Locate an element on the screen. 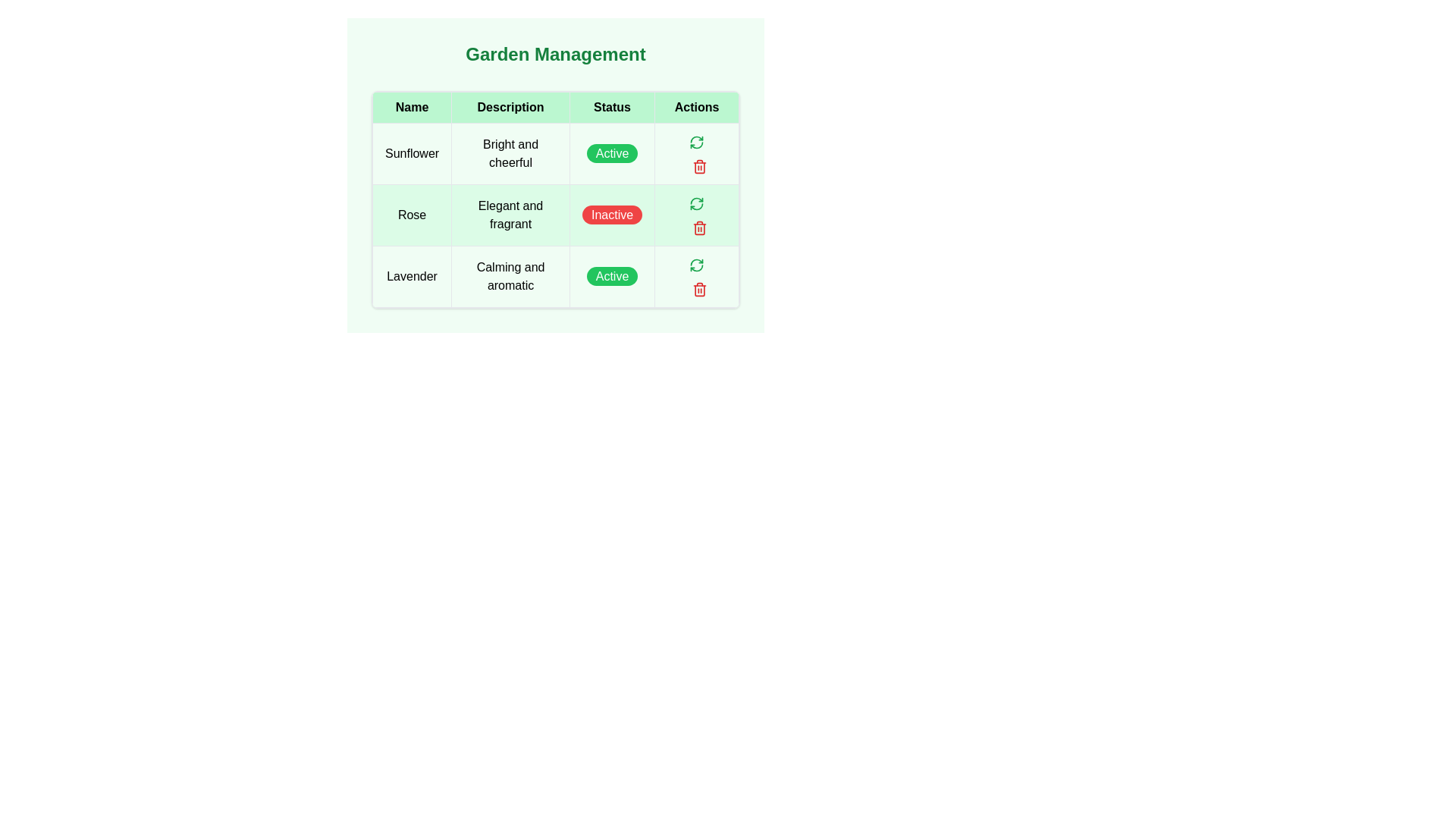 This screenshot has height=819, width=1456. the refresh icon button located in the first row under the 'Actions' column of the table in the 'Garden Management' interface, next to the 'Active' status indicator for the 'Sunflower' row is located at coordinates (696, 202).